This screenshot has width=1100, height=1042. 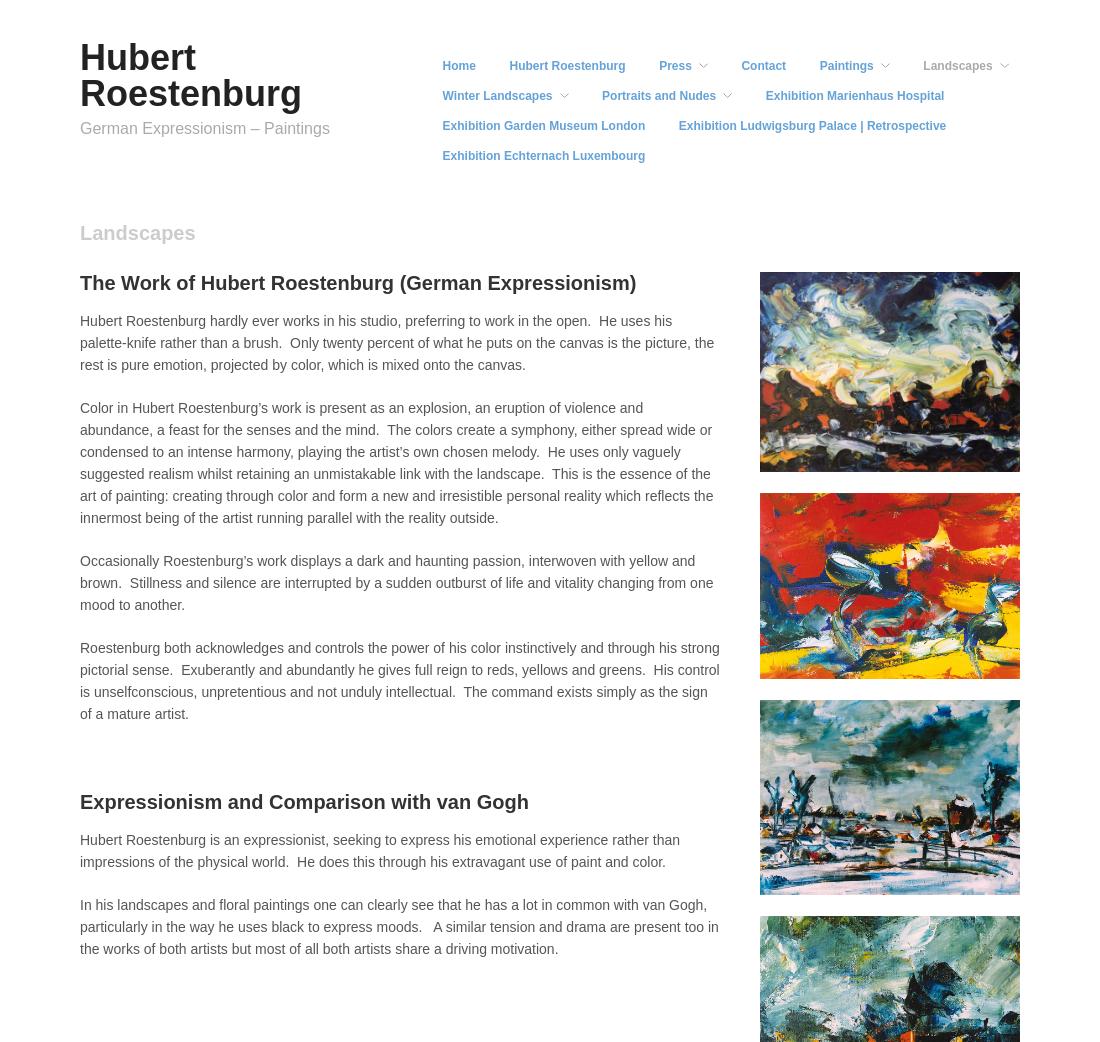 What do you see at coordinates (496, 95) in the screenshot?
I see `'Winter Landscapes'` at bounding box center [496, 95].